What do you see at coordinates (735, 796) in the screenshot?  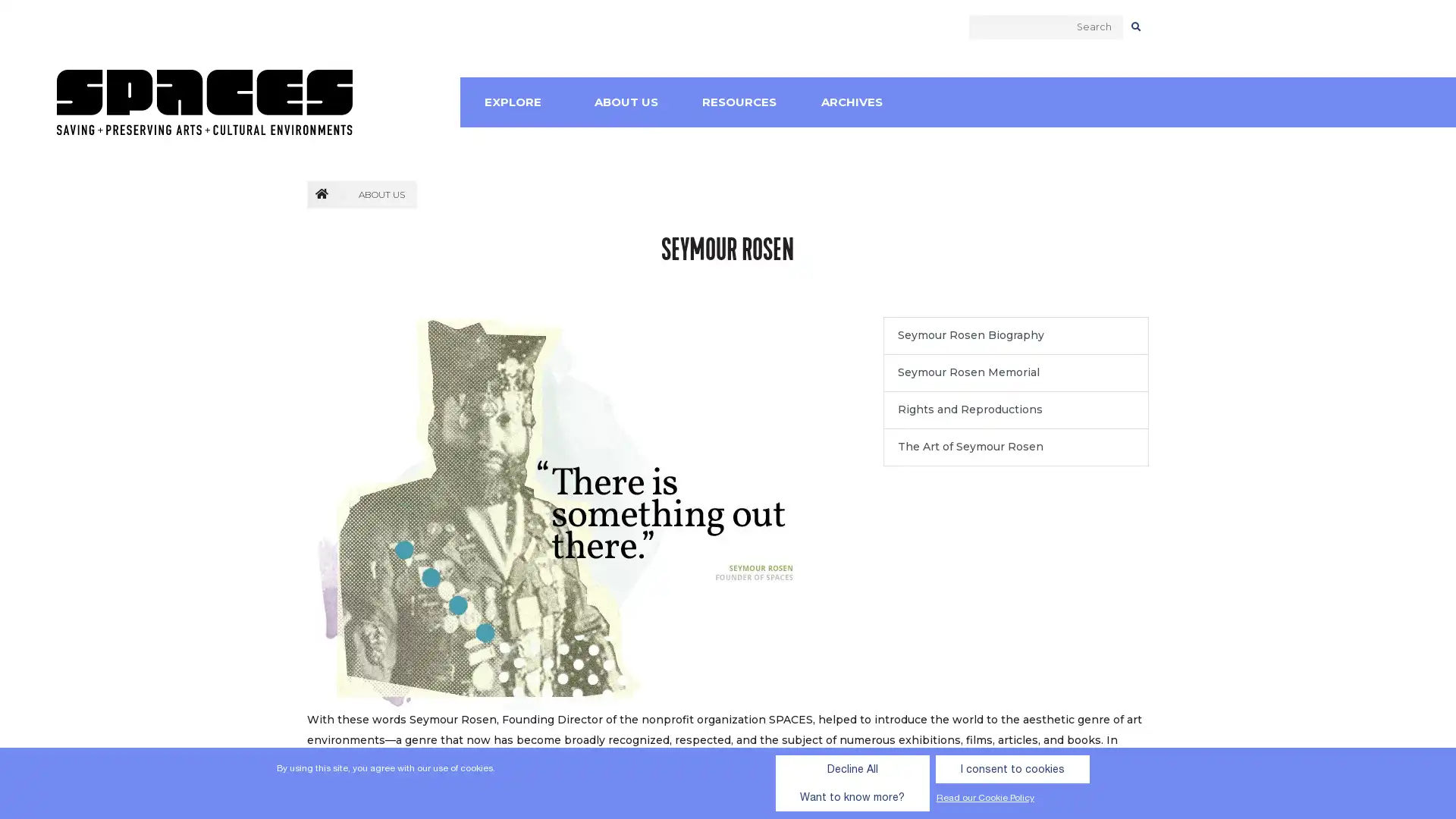 I see `Decline All` at bounding box center [735, 796].